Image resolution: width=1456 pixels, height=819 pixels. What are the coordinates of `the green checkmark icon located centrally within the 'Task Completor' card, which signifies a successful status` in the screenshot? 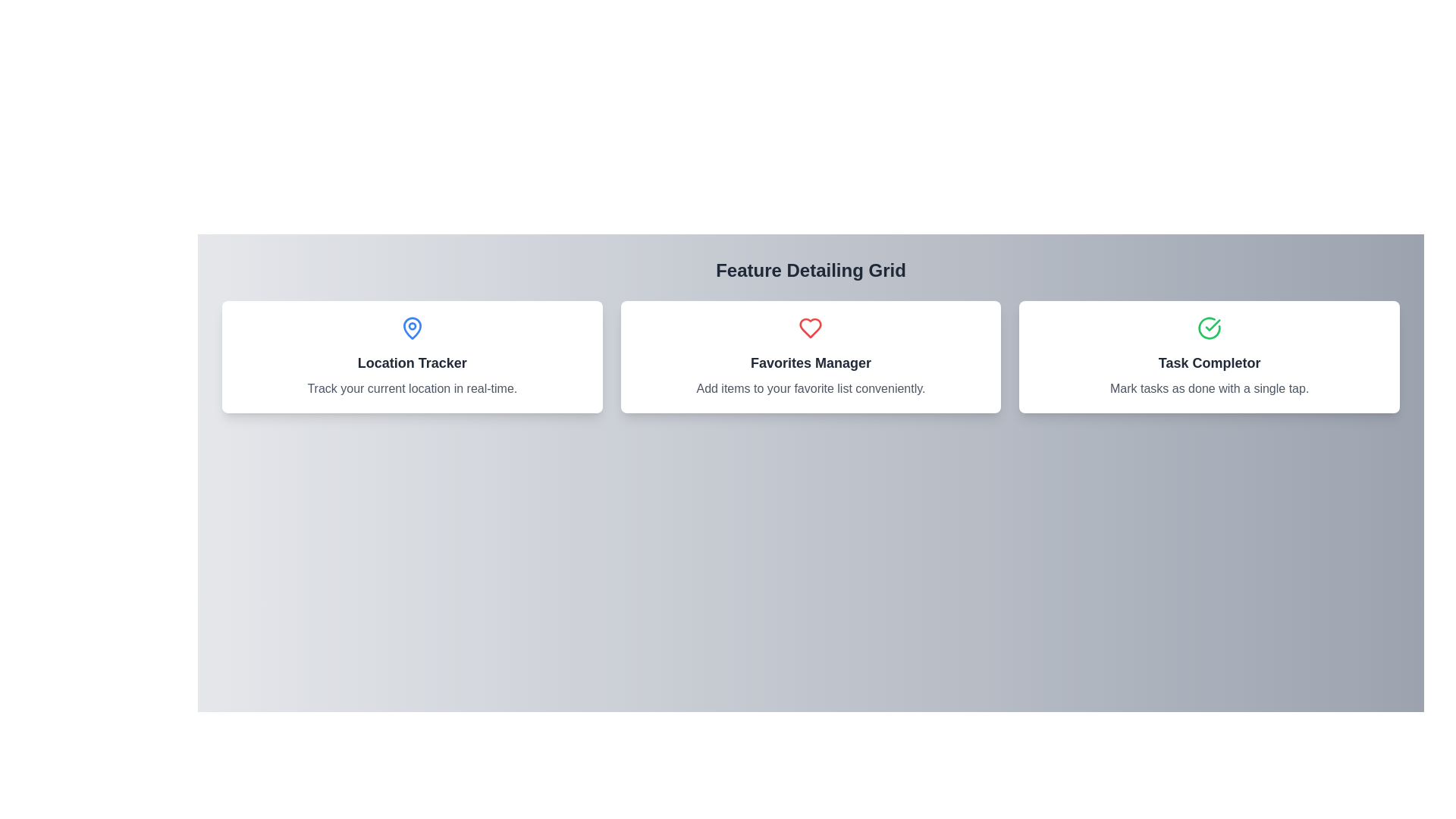 It's located at (1212, 324).